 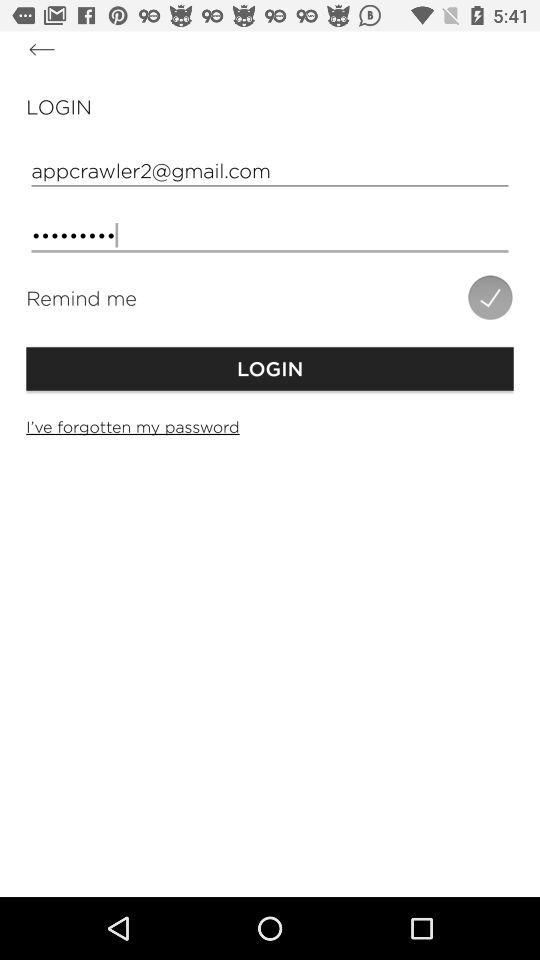 I want to click on appcrawler2@gmail.com, so click(x=270, y=169).